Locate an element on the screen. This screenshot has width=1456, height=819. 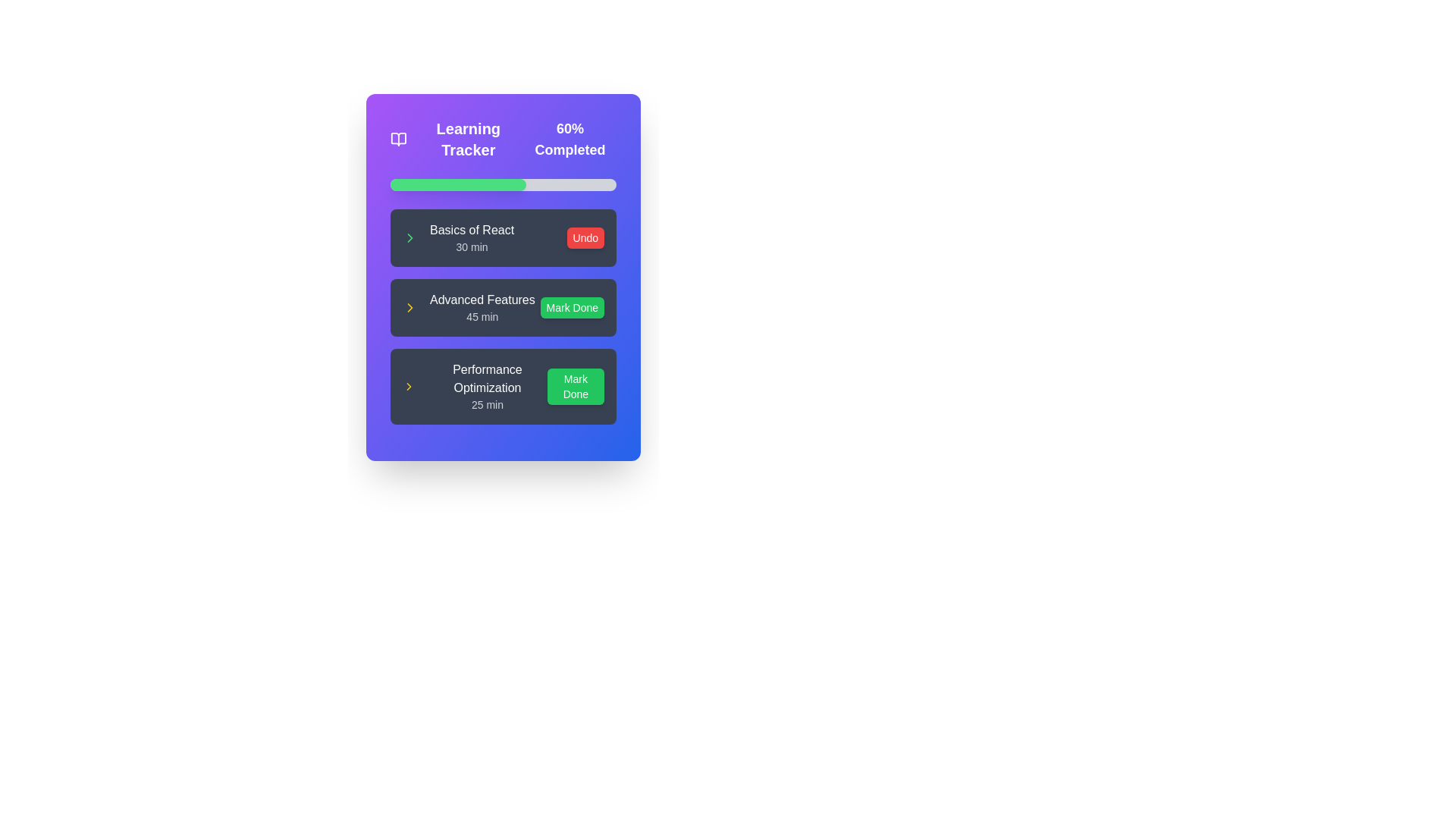
the 'Mark Done' button located on the right side of the 'Advanced Features' list item in the 'Learning Tracker' interface to mark the task as completed is located at coordinates (571, 307).